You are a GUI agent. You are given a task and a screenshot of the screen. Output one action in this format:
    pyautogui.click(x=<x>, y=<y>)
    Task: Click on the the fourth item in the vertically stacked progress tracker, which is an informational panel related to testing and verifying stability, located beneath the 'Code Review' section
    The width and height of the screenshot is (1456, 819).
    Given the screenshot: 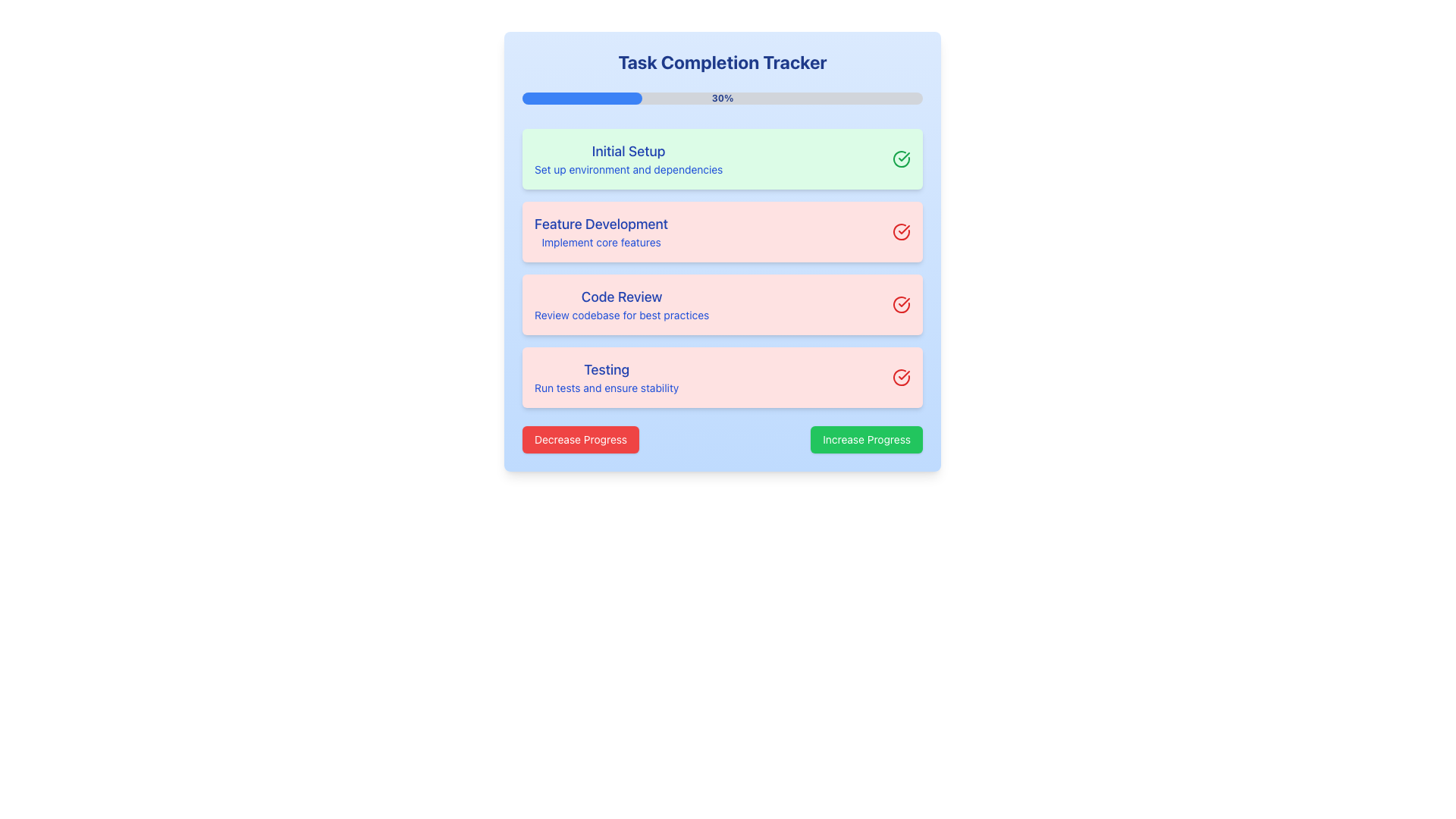 What is the action you would take?
    pyautogui.click(x=722, y=376)
    